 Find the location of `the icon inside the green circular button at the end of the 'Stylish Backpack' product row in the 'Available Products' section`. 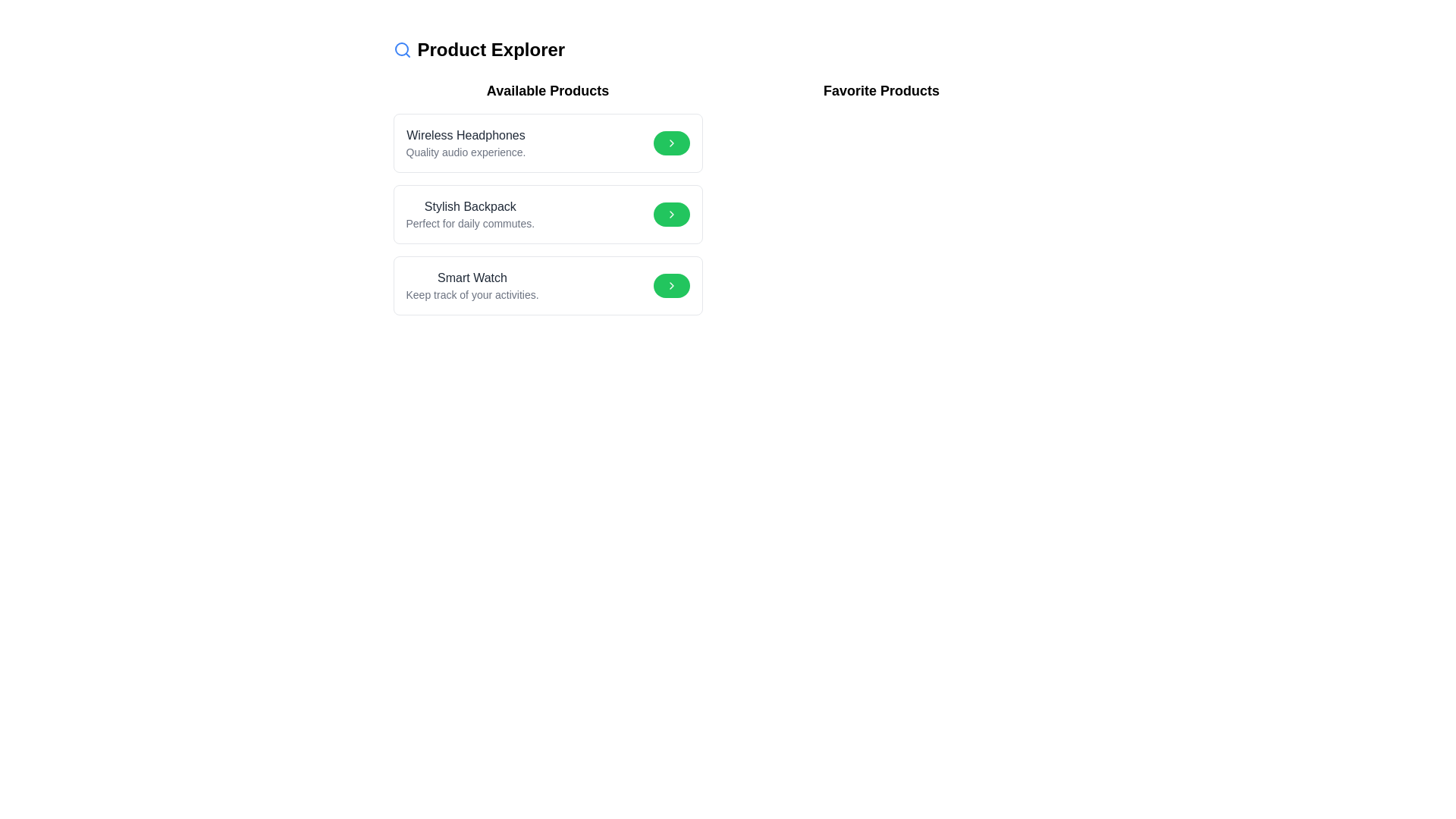

the icon inside the green circular button at the end of the 'Stylish Backpack' product row in the 'Available Products' section is located at coordinates (670, 214).